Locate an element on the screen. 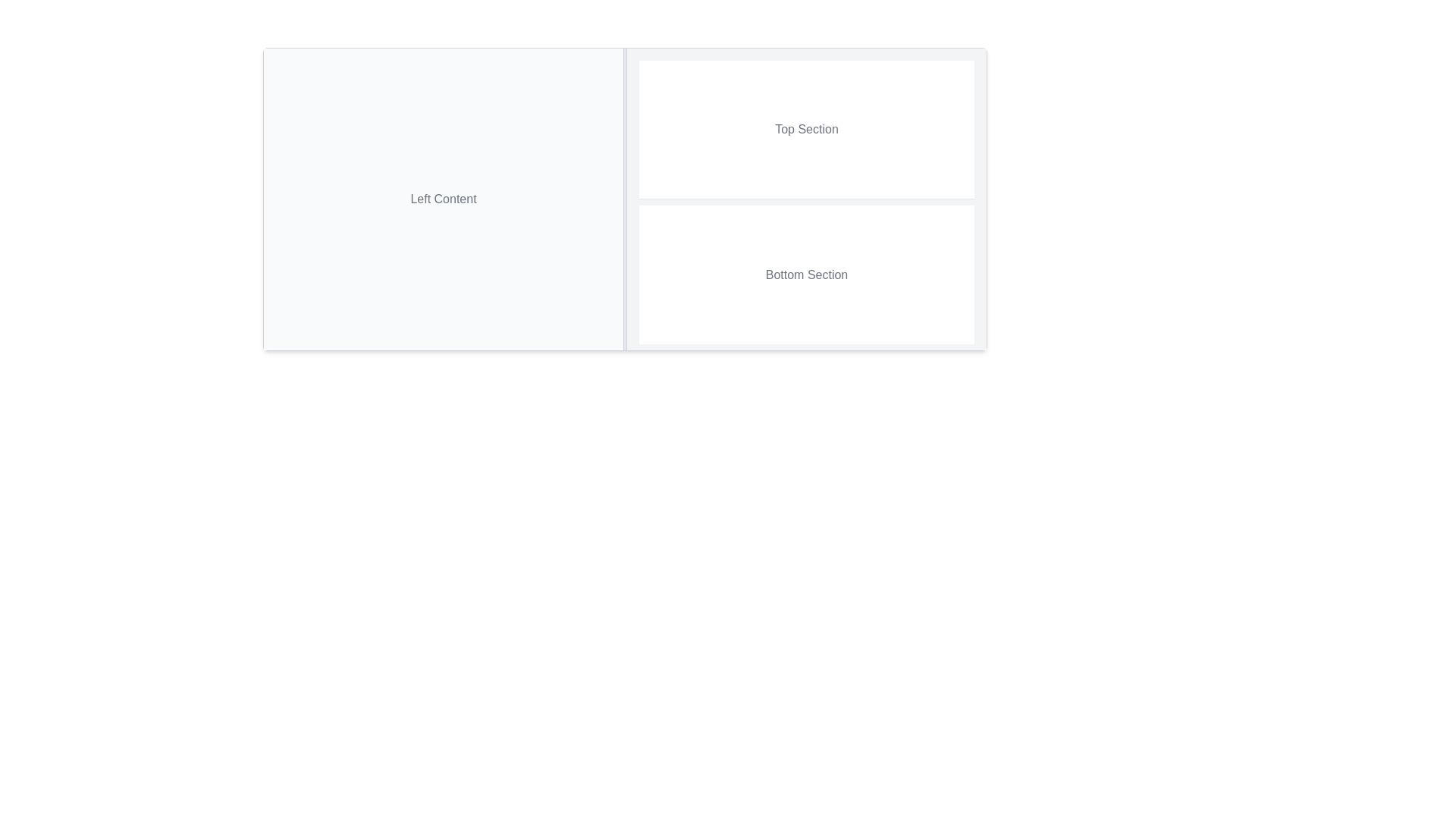 Image resolution: width=1456 pixels, height=819 pixels. the text label displaying 'Left Content' is located at coordinates (443, 198).